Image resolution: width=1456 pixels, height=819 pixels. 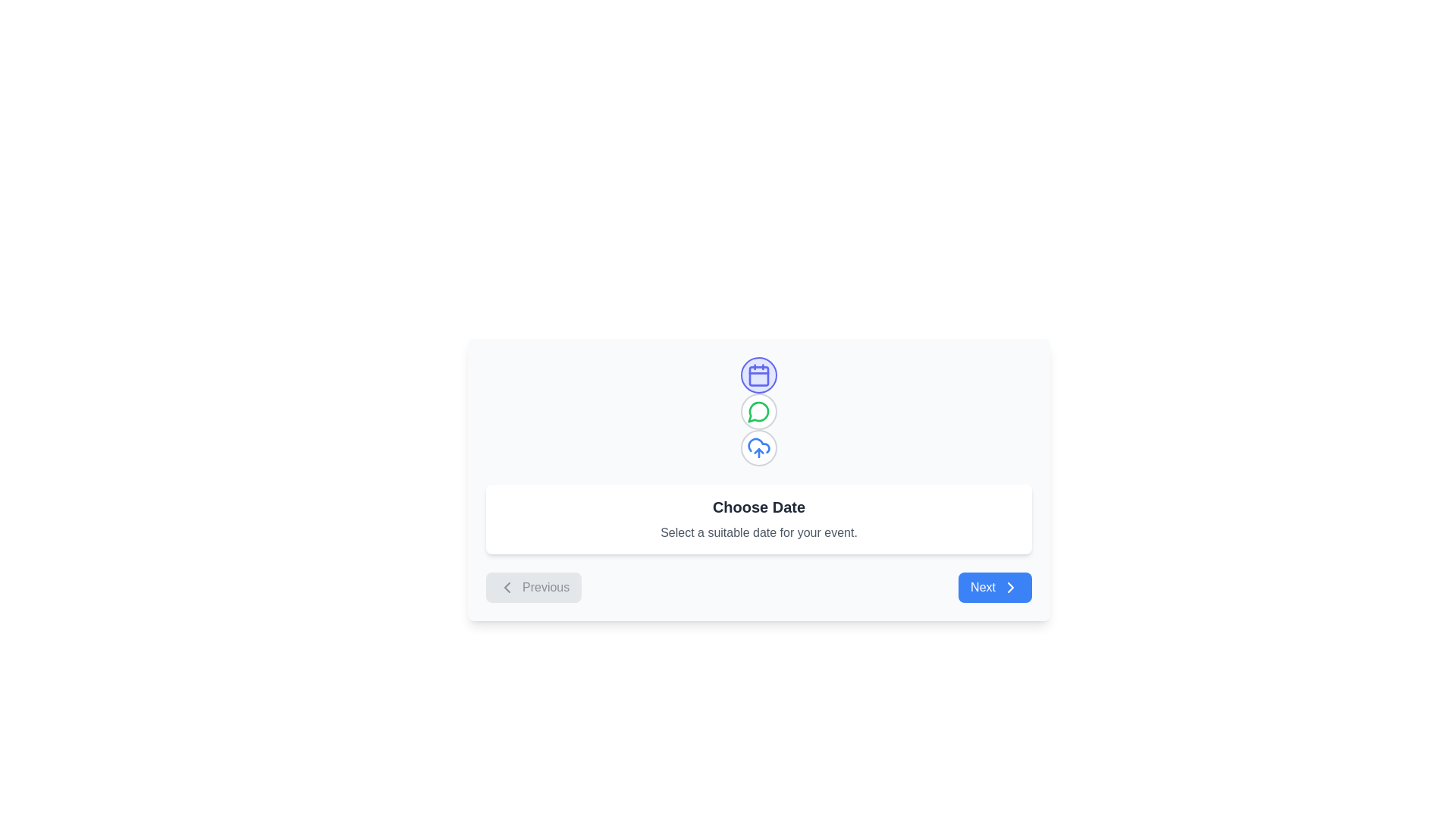 What do you see at coordinates (759, 447) in the screenshot?
I see `the cloud upload icon located at the bottom of a vertical stack of three circular icons, positioned centrally within the layout` at bounding box center [759, 447].